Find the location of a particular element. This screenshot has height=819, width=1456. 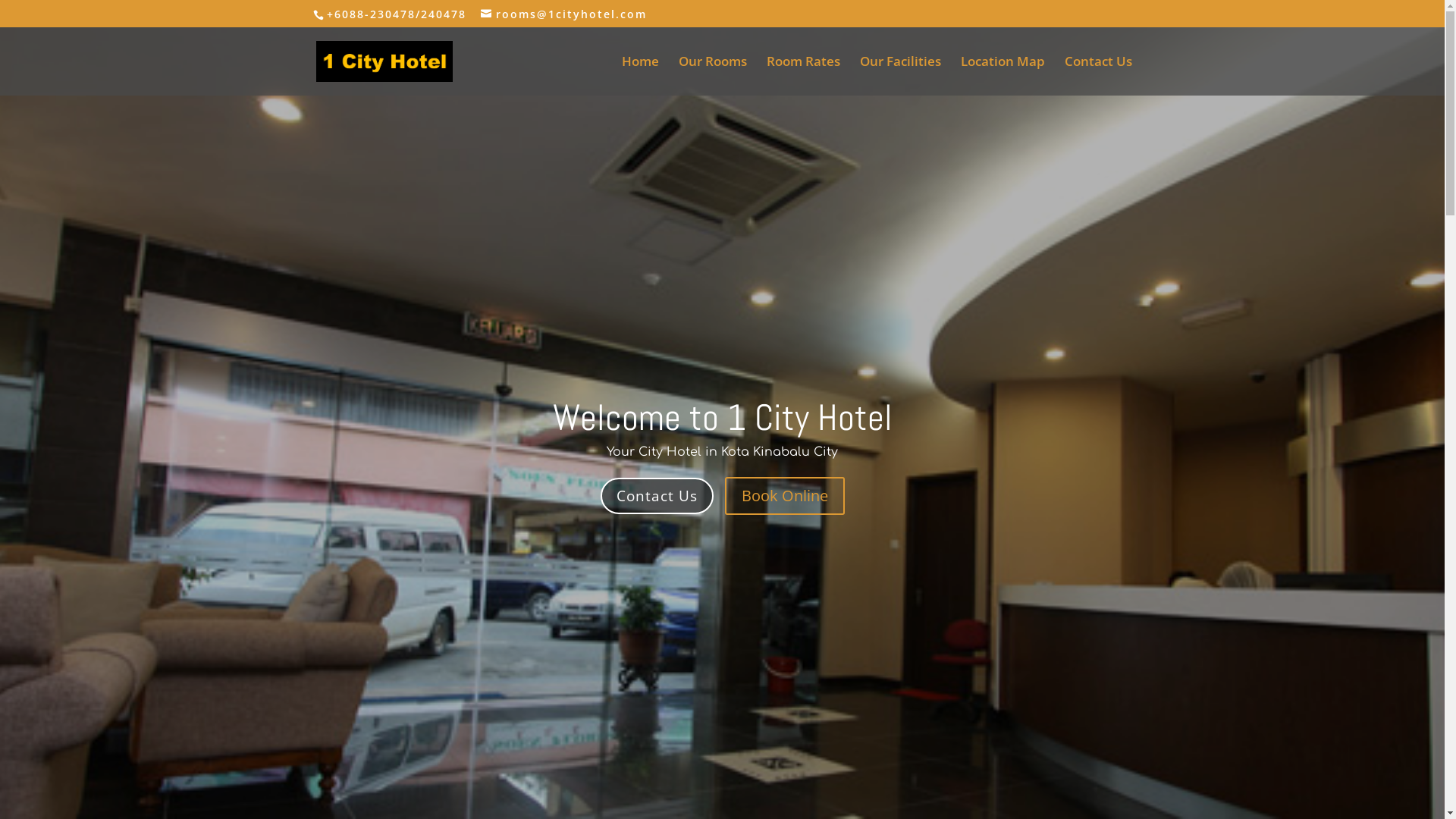

'Our Facilities' is located at coordinates (900, 76).